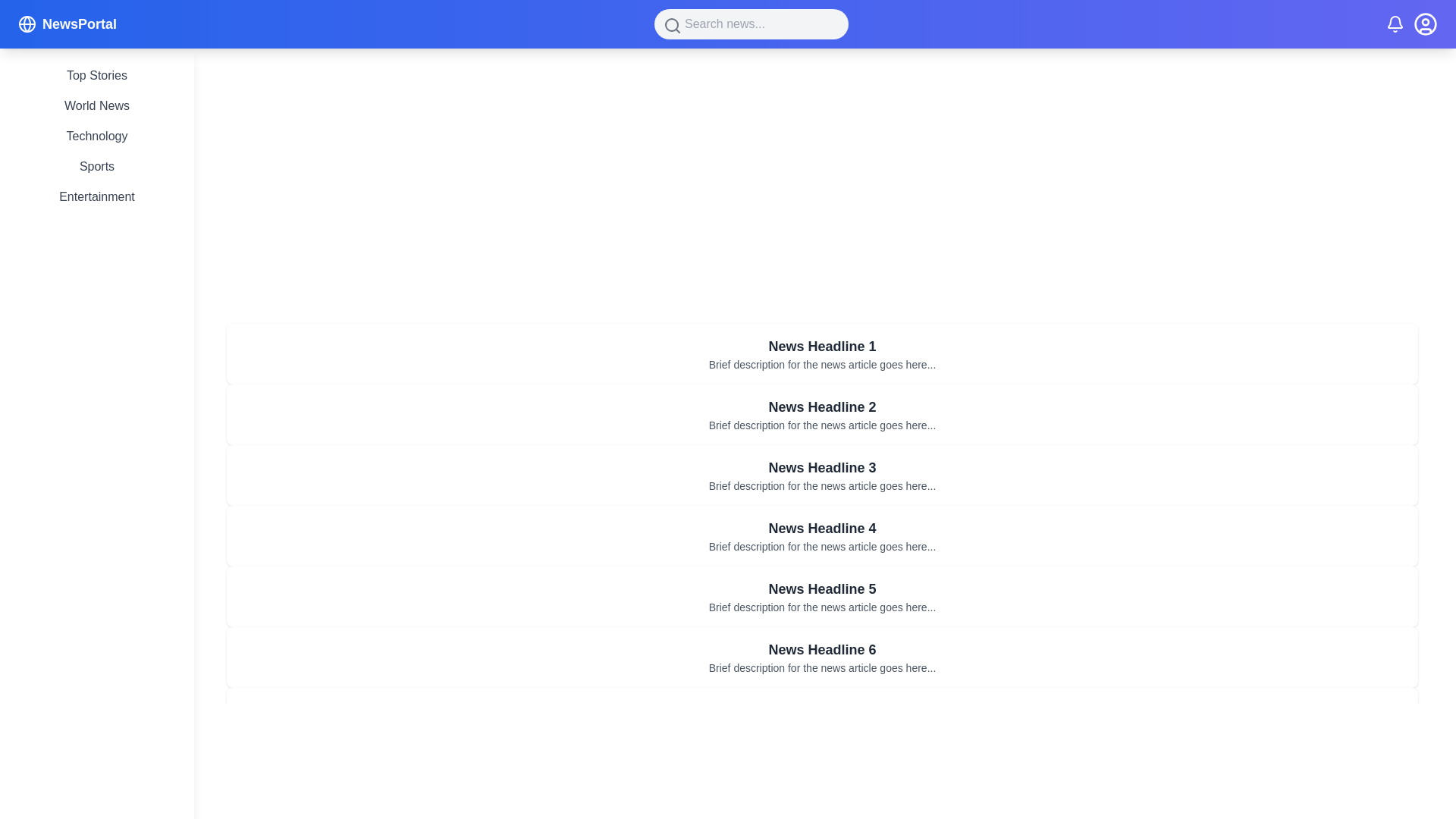  Describe the element at coordinates (821, 346) in the screenshot. I see `the static text header of the news article, which is positioned at the top of a list of articles and is part of a white background card with a drop shadow` at that location.